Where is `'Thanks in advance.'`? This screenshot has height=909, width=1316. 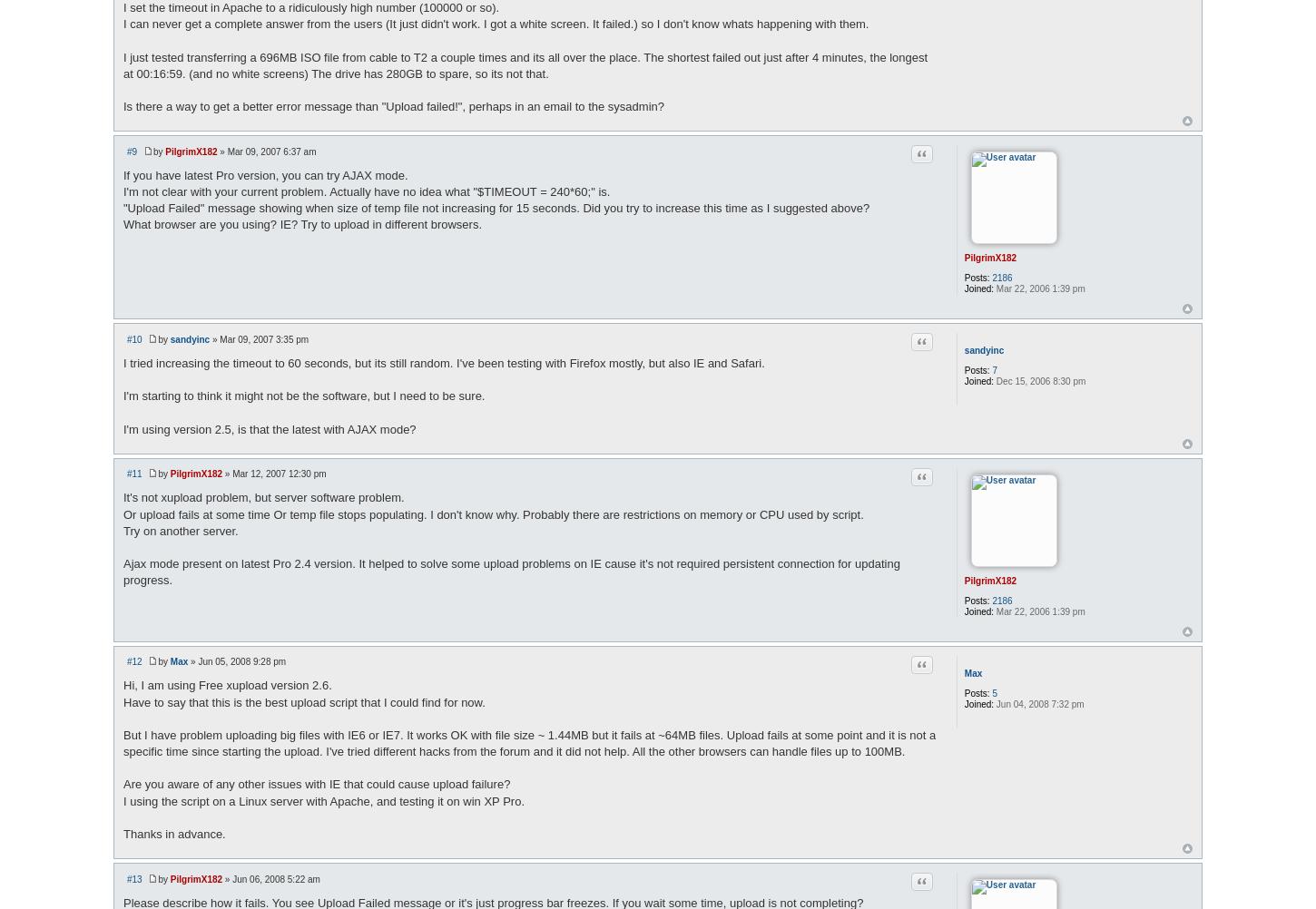
'Thanks in advance.' is located at coordinates (172, 833).